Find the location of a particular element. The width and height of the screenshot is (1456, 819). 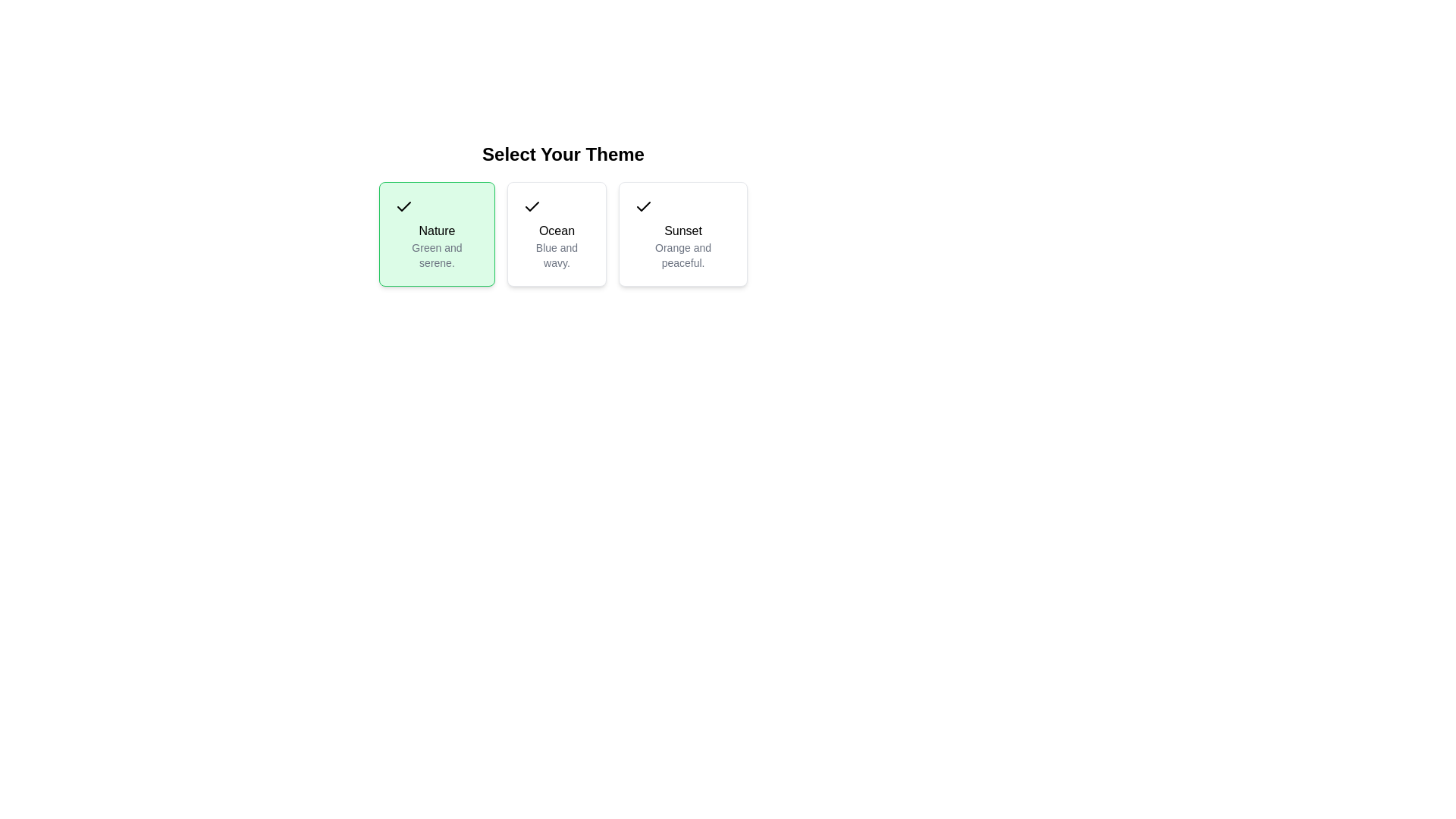

the 'Ocean' theme selectable card, which is described as 'Blue and wavy.' and is positioned between the 'Nature' and 'Sunset' cards within the 'Select Your Theme' interface is located at coordinates (556, 234).